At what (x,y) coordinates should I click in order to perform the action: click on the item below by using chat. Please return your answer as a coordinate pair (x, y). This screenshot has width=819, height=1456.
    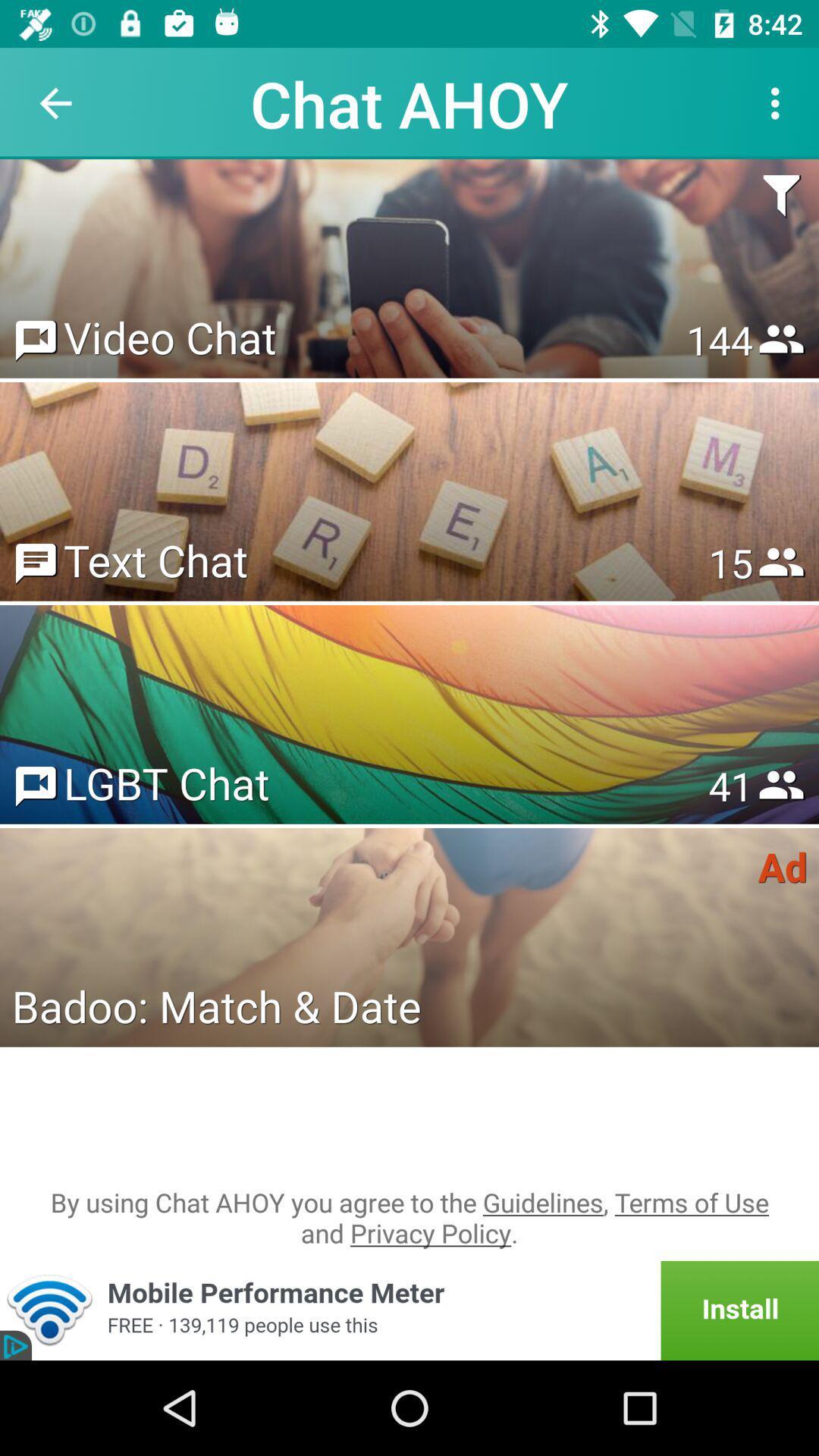
    Looking at the image, I should click on (409, 1310).